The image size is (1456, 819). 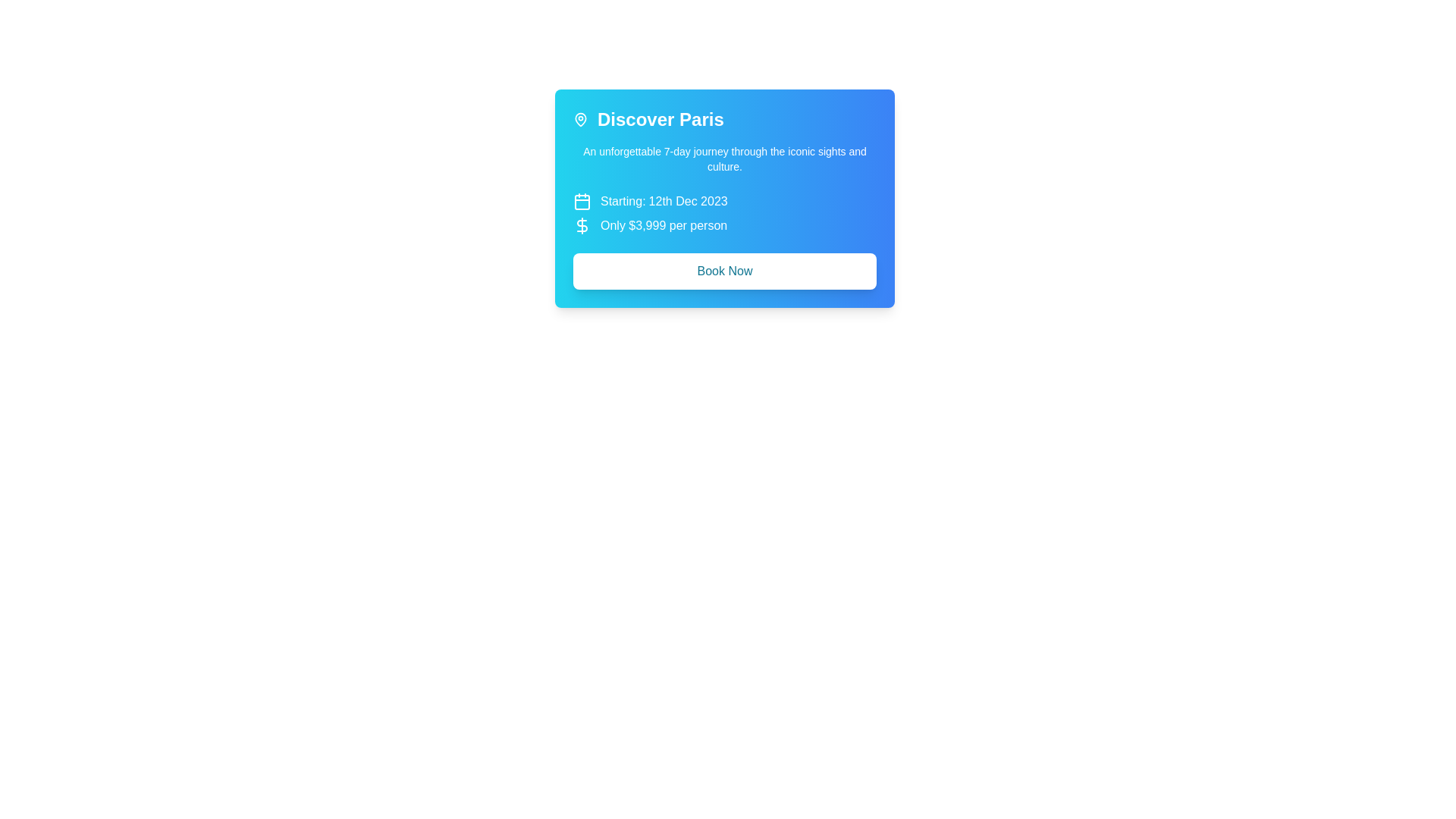 I want to click on the 'Book Now' button, which is a rectangular button with a white background and rounded corners, located below the travel advertisement for a Paris tour, so click(x=723, y=271).